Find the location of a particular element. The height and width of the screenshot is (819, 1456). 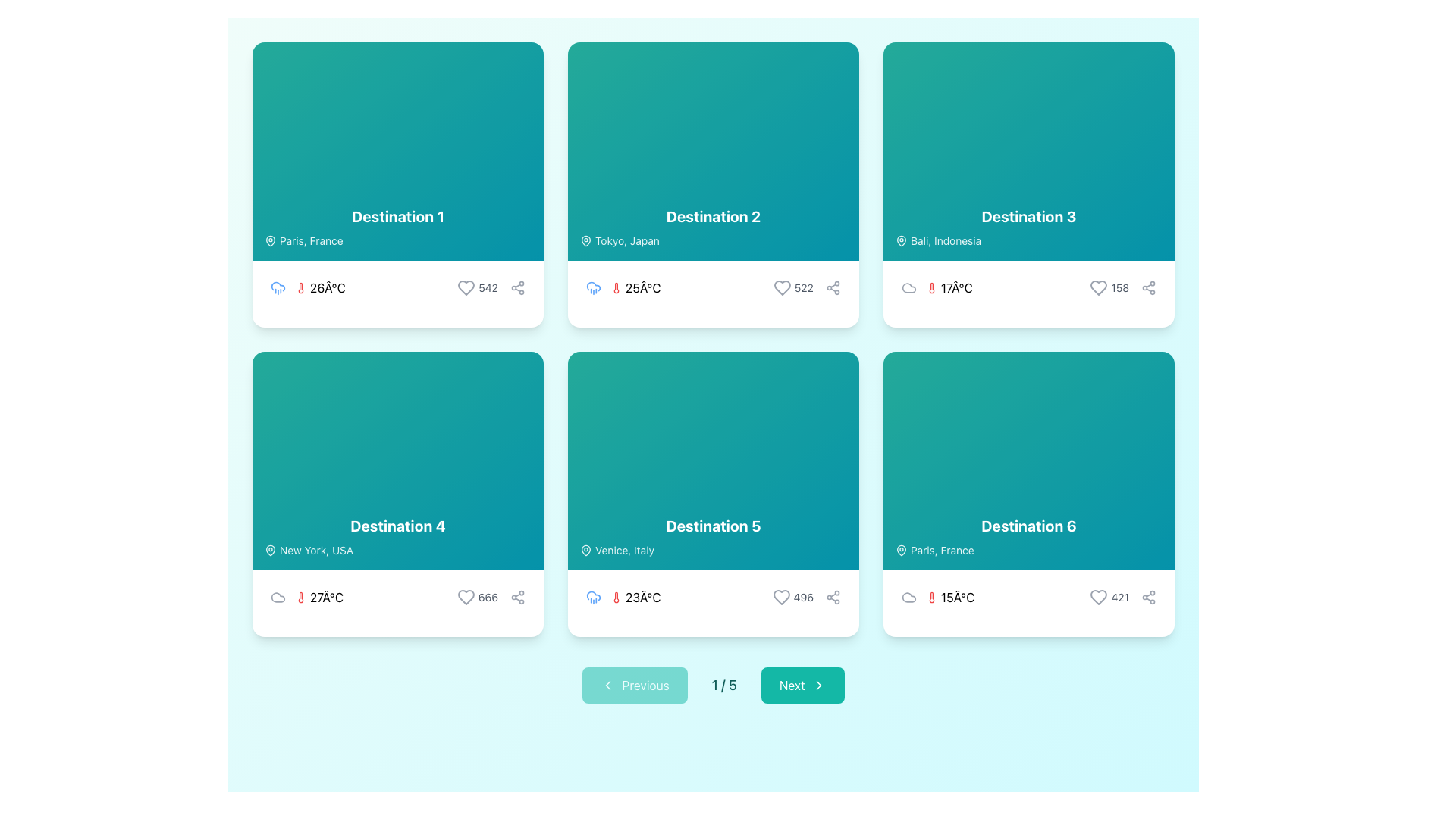

the interactive counter element featuring a gray heart icon and the number '496', located in the bottom-right section of the fifth destination card is located at coordinates (792, 596).